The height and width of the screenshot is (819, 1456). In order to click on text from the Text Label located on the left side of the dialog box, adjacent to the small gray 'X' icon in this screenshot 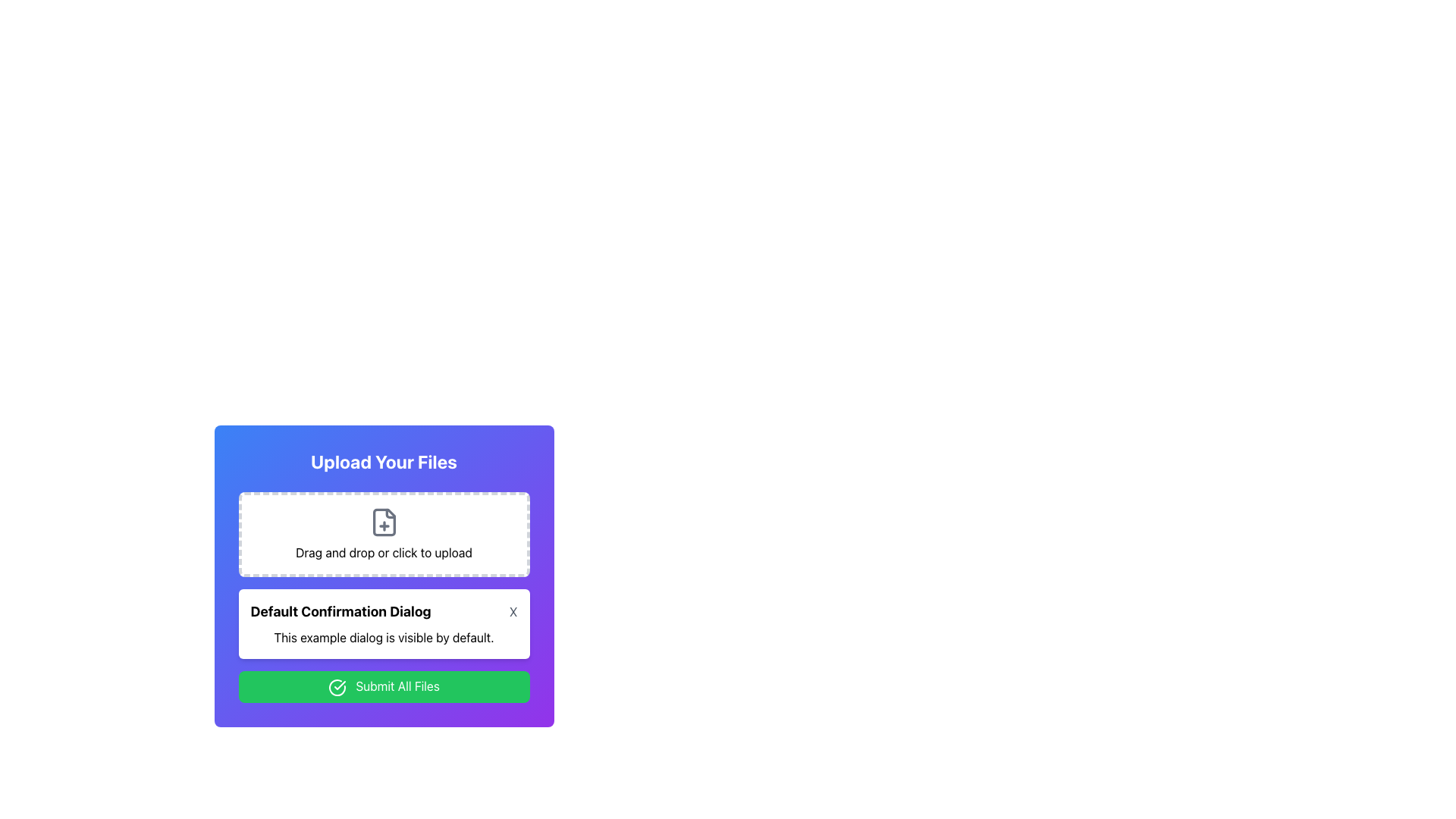, I will do `click(340, 610)`.